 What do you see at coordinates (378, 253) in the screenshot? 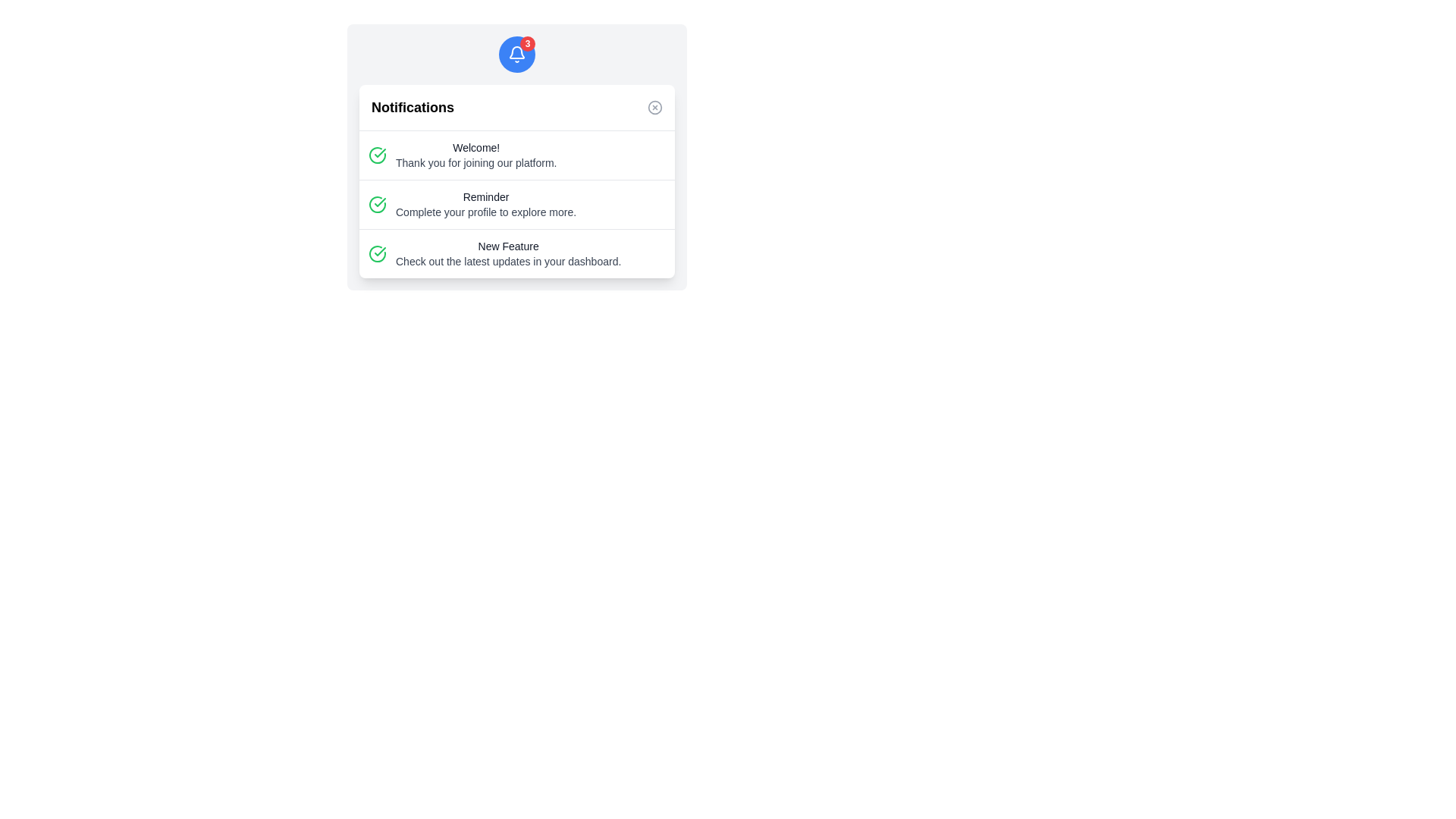
I see `the icon that indicates the notification item has been marked as completed, located to the left of the third notification item labeled 'New Feature'` at bounding box center [378, 253].